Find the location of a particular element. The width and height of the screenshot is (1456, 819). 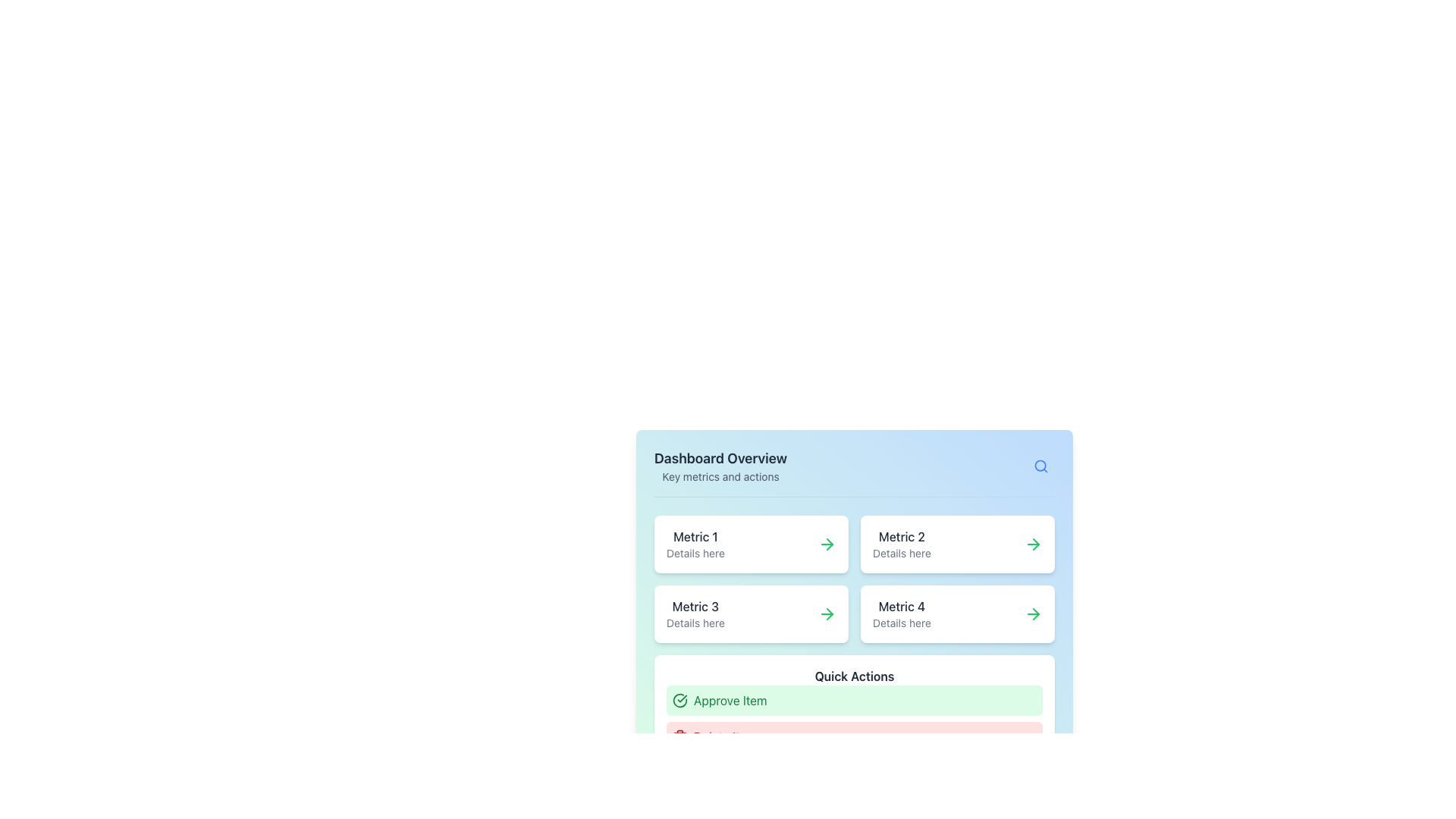

the third card in the grid layout on the left side of the second row in the 'Dashboard Overview' section is located at coordinates (751, 614).